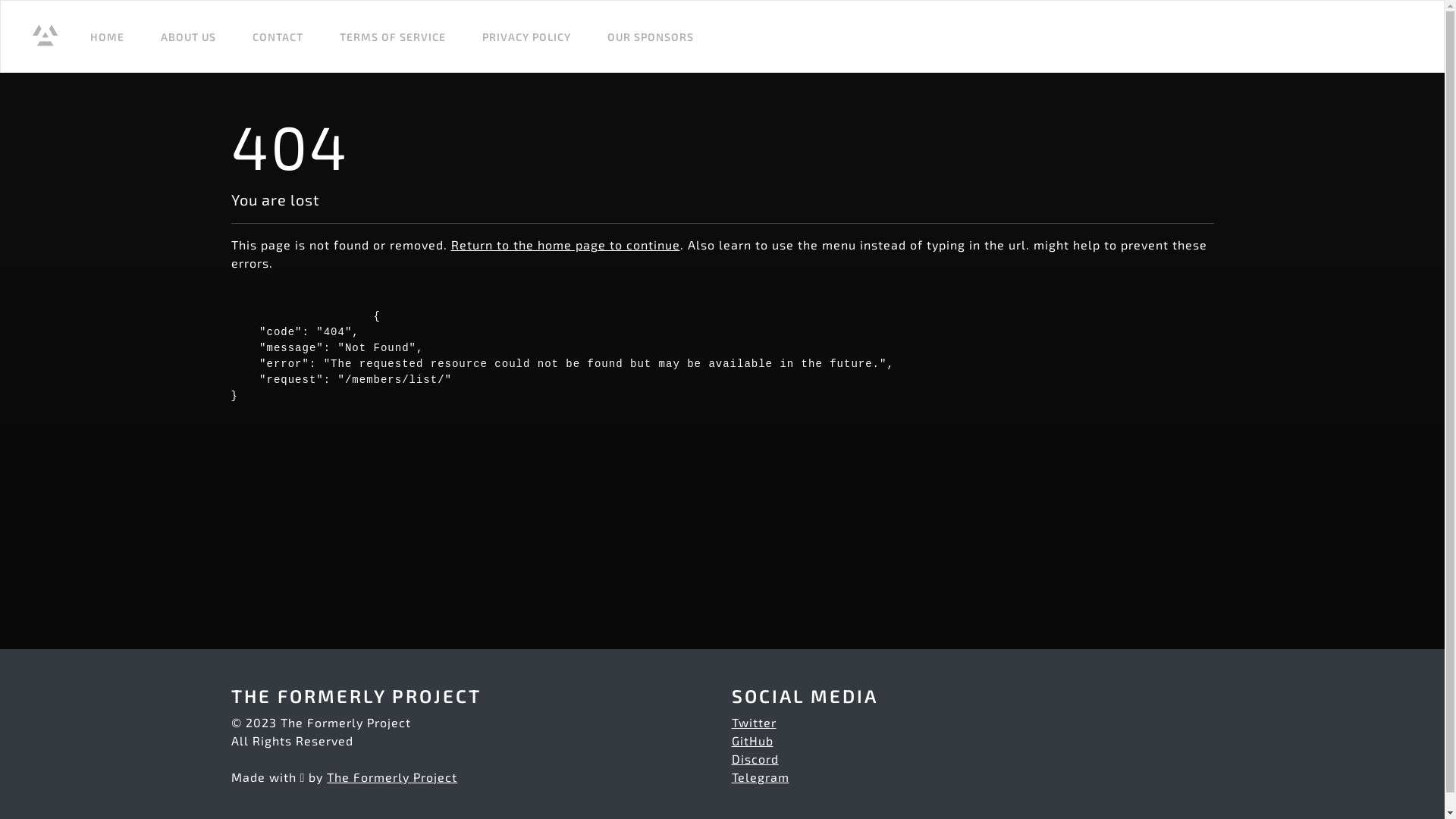 Image resolution: width=1456 pixels, height=819 pixels. Describe the element at coordinates (753, 721) in the screenshot. I see `'Twitter'` at that location.